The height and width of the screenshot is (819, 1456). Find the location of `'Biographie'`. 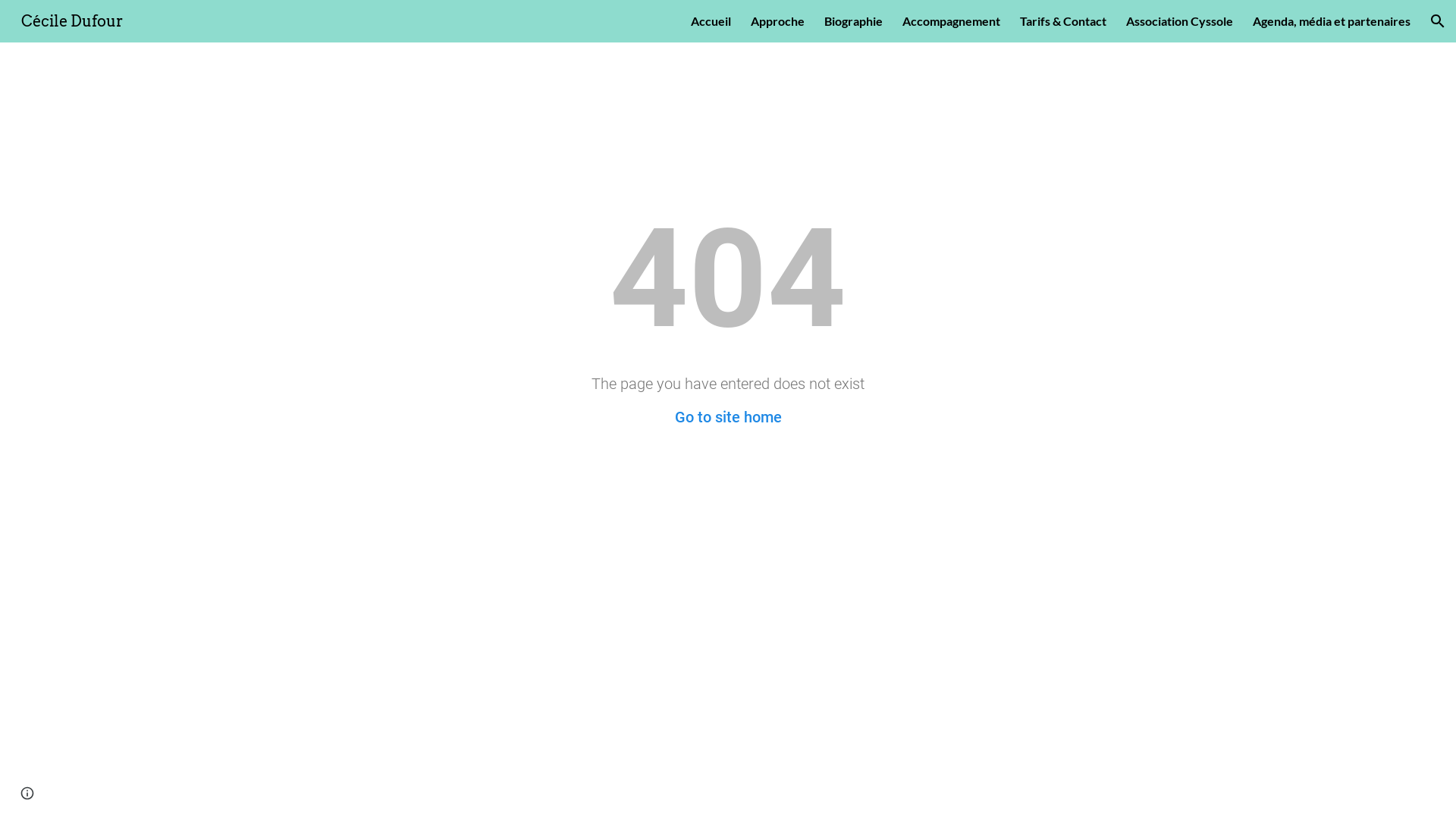

'Biographie' is located at coordinates (853, 20).